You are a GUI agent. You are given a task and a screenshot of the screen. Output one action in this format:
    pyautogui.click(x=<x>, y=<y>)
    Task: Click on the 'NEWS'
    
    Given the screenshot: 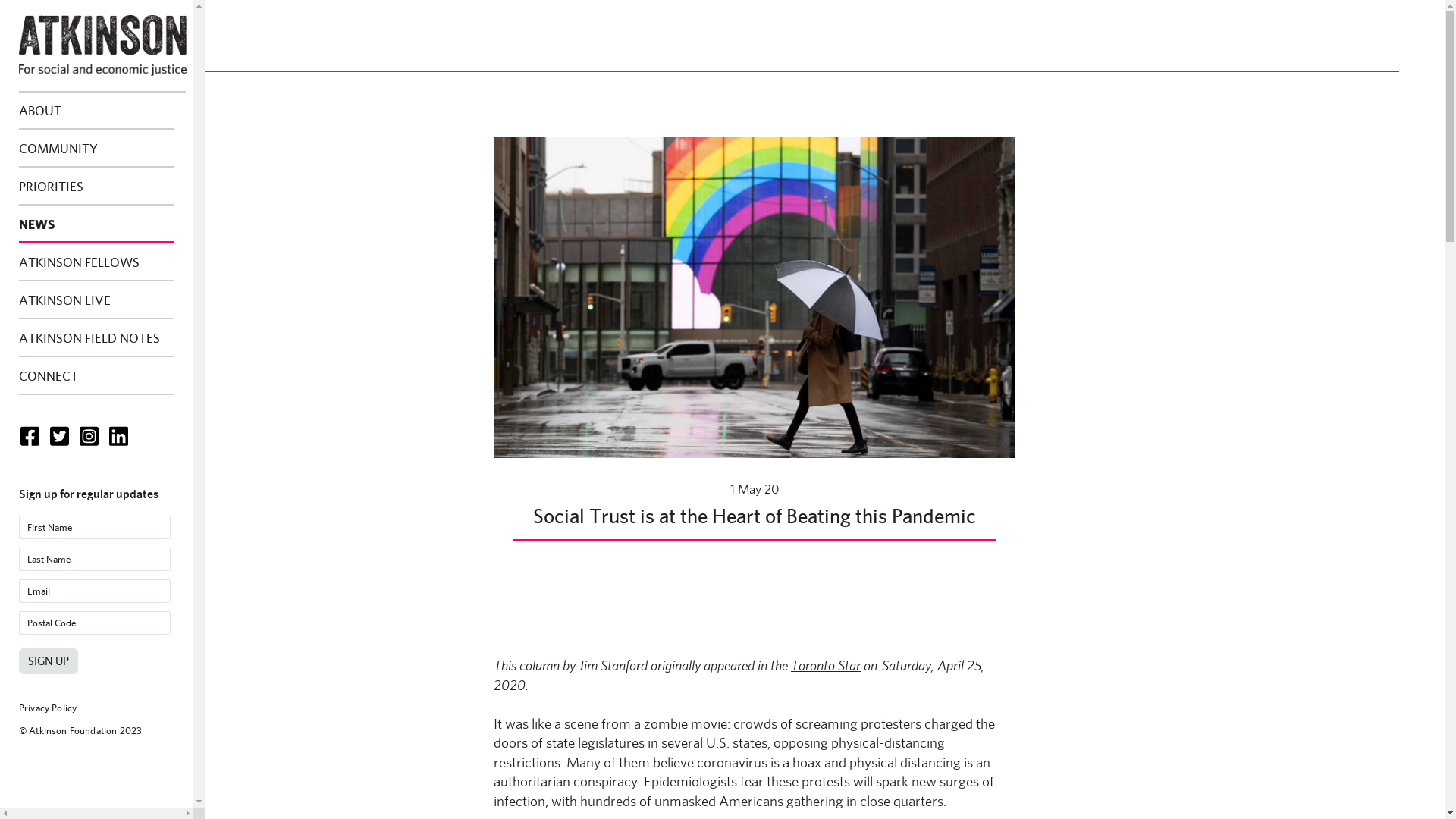 What is the action you would take?
    pyautogui.click(x=96, y=224)
    